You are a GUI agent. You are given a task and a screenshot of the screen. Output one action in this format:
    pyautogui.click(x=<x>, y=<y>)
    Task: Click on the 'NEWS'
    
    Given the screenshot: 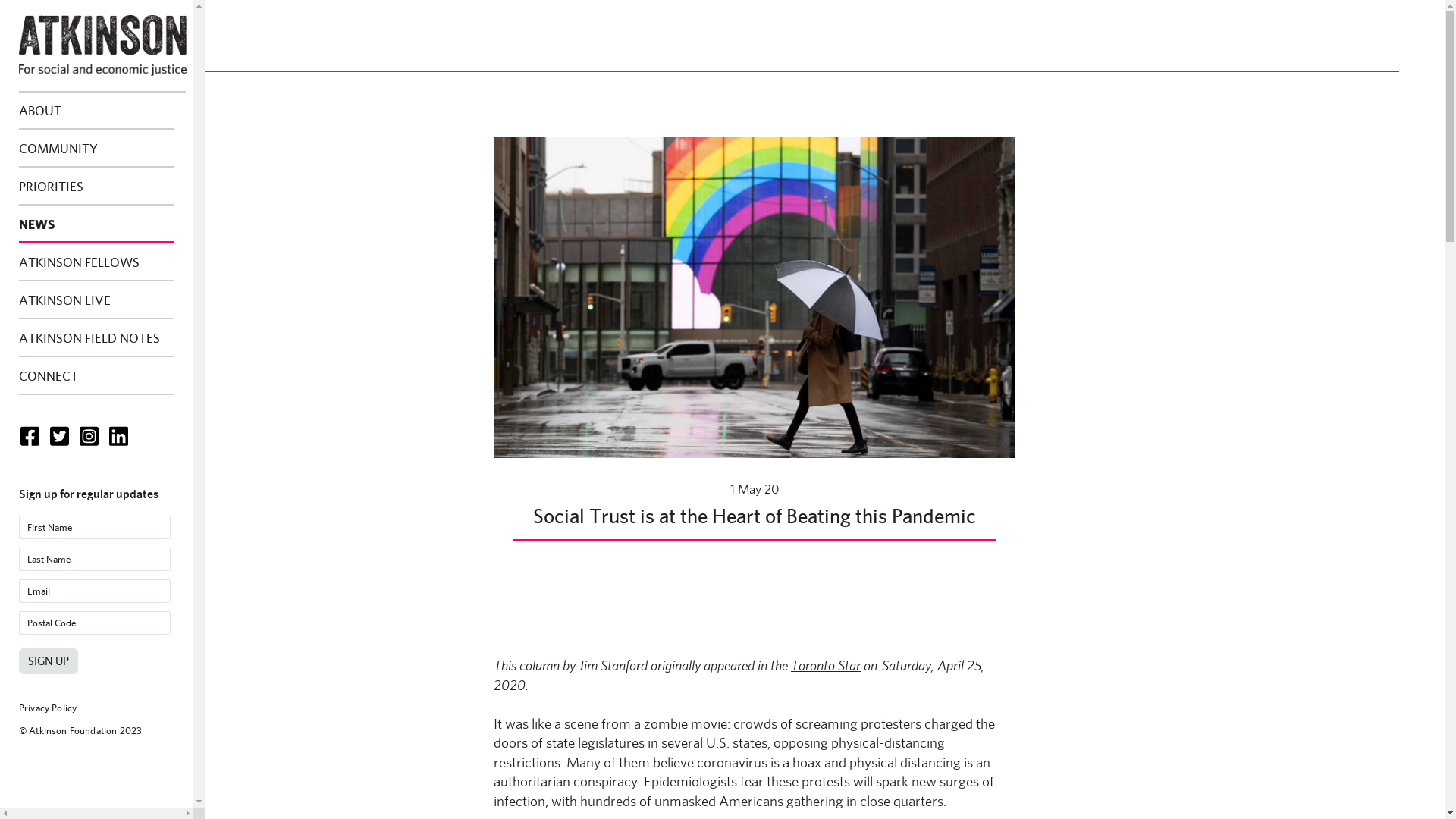 What is the action you would take?
    pyautogui.click(x=96, y=224)
    